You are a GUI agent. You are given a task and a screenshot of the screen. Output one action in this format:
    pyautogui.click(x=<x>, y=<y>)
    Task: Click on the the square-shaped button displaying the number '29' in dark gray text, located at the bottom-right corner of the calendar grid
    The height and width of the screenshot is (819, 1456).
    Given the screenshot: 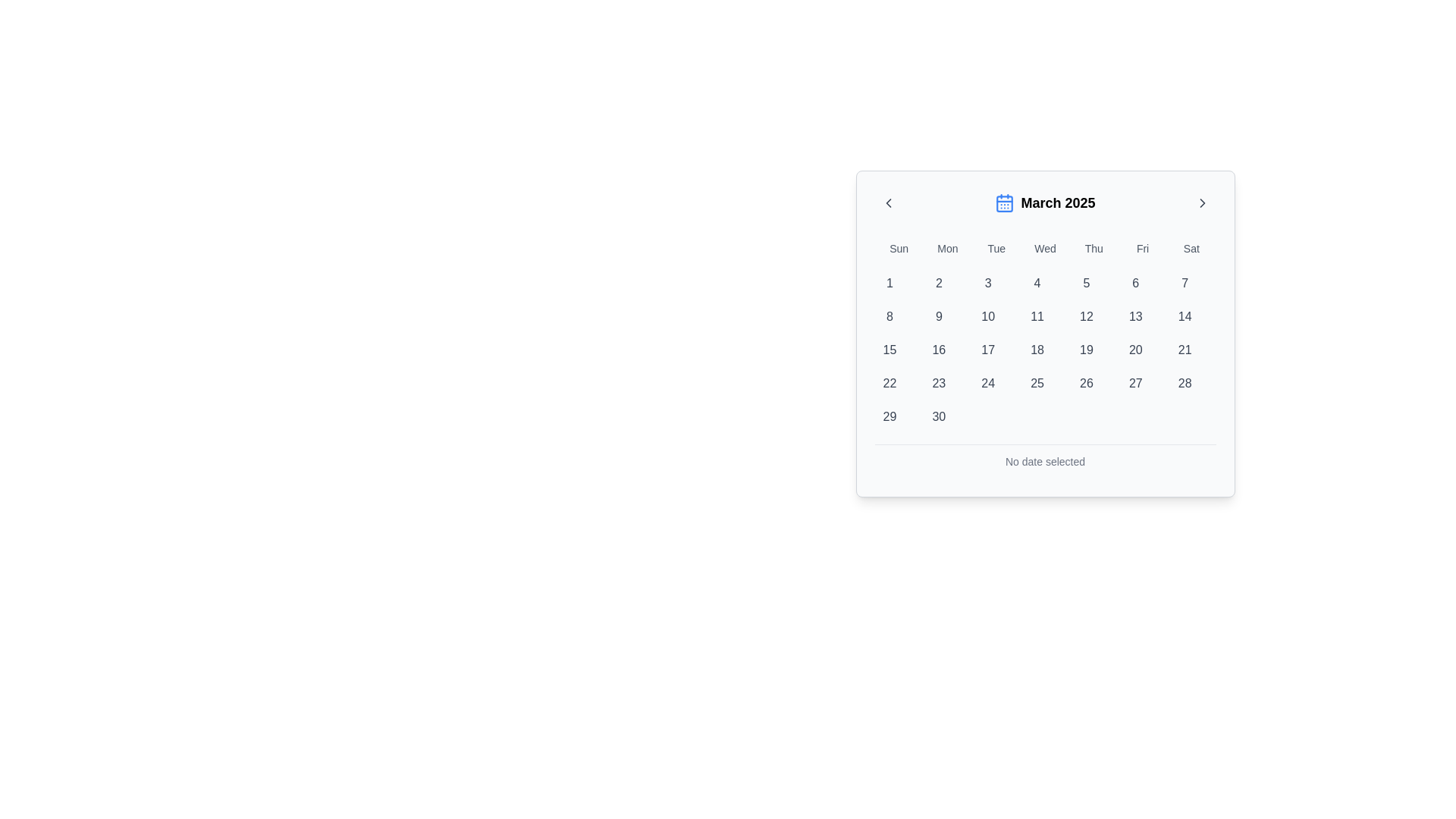 What is the action you would take?
    pyautogui.click(x=890, y=417)
    